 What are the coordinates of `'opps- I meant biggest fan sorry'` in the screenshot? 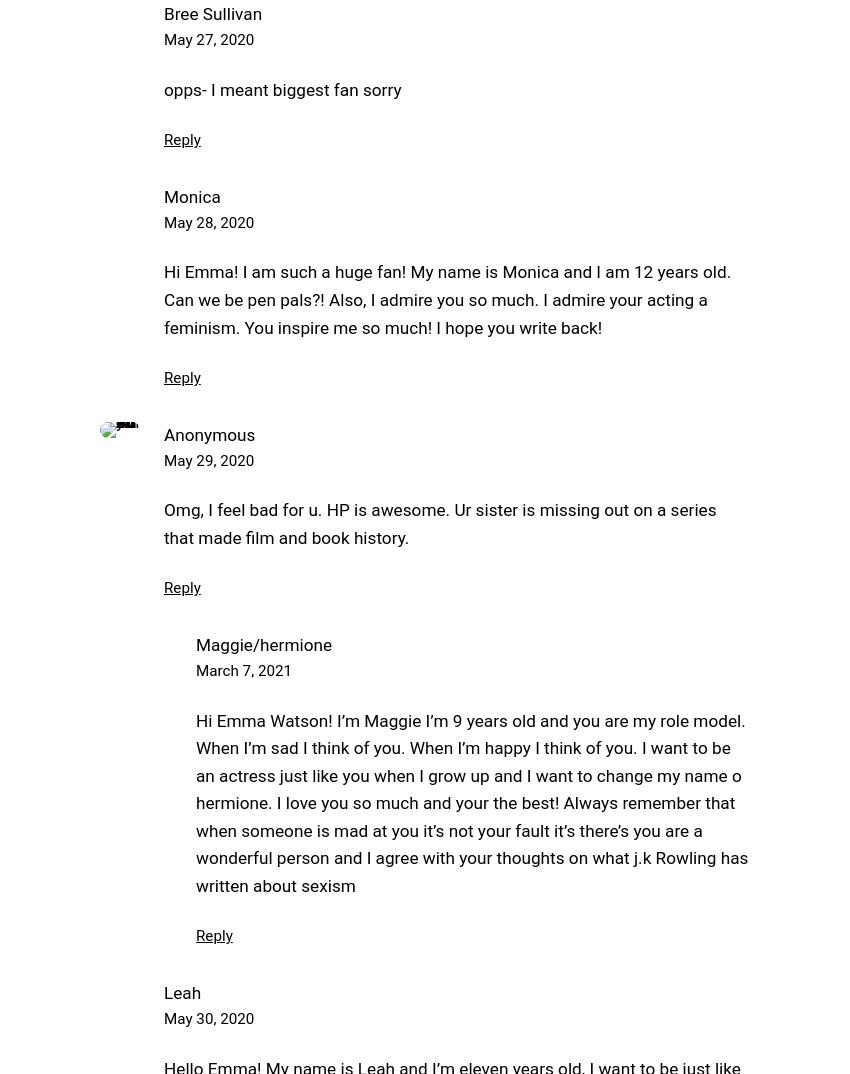 It's located at (281, 89).